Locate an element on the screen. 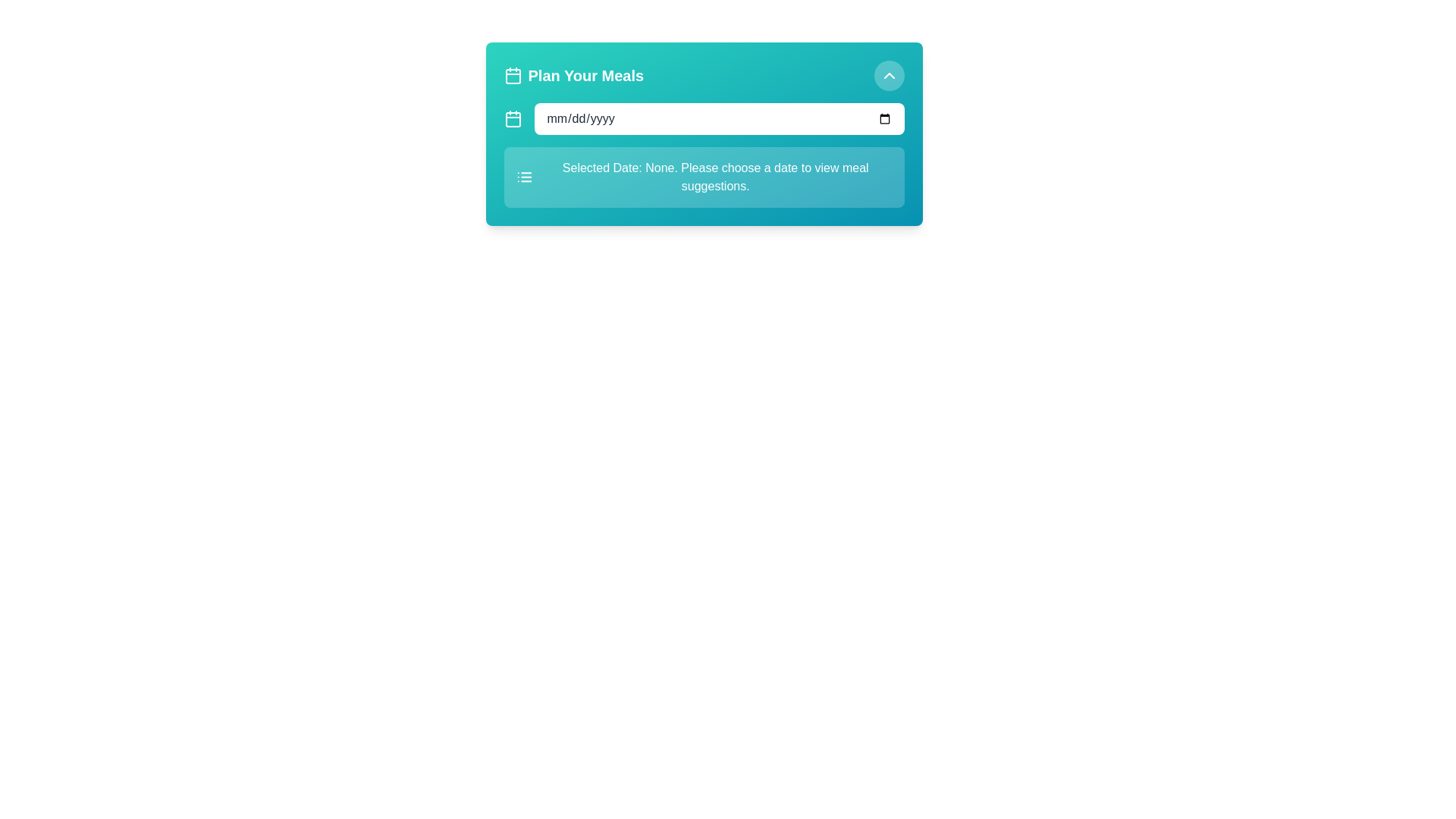  the upward-facing chevron arrow button icon located in the upper right corner of the teal card interface is located at coordinates (889, 76).